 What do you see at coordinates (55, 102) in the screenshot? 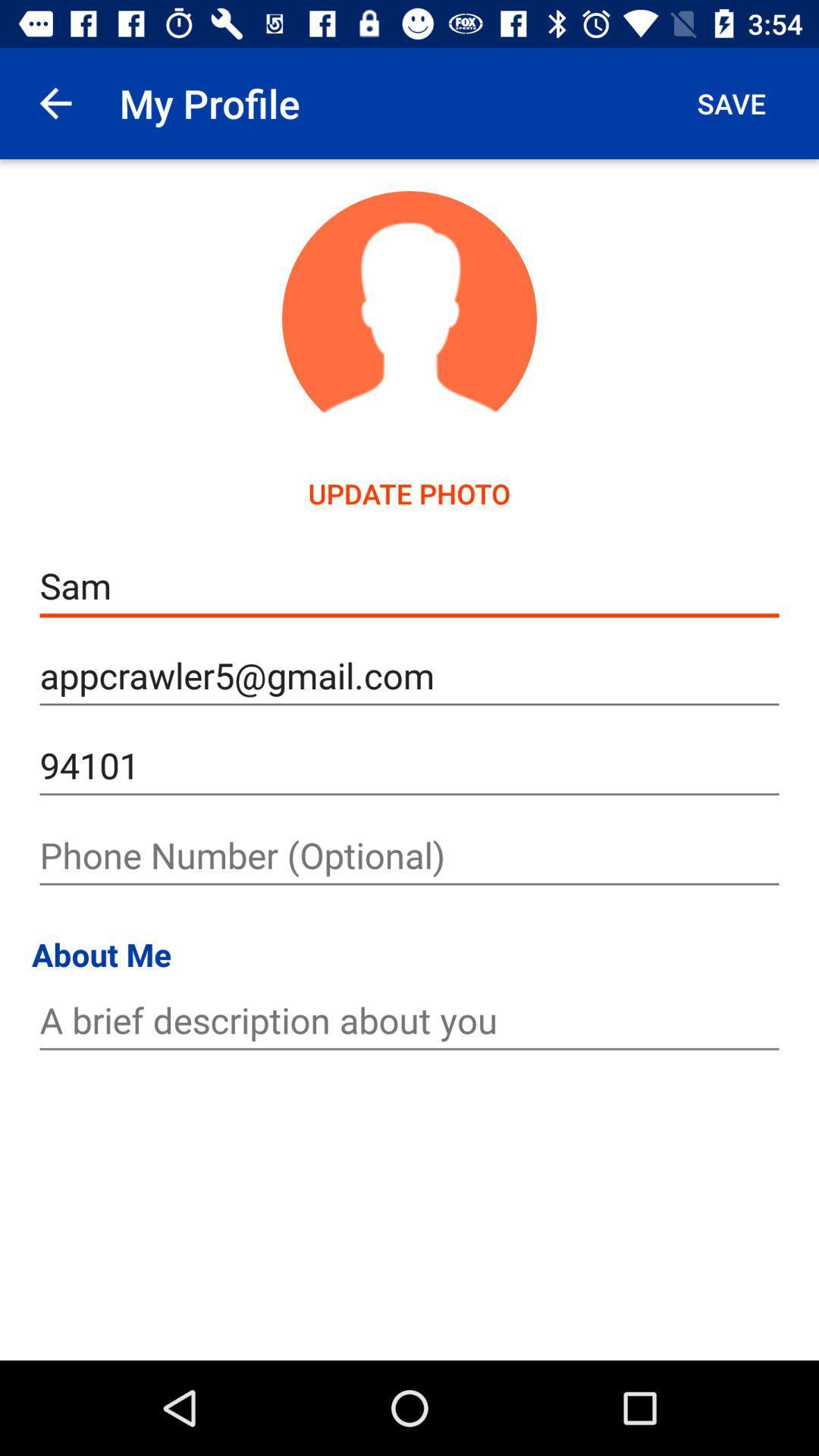
I see `item next to my profile` at bounding box center [55, 102].